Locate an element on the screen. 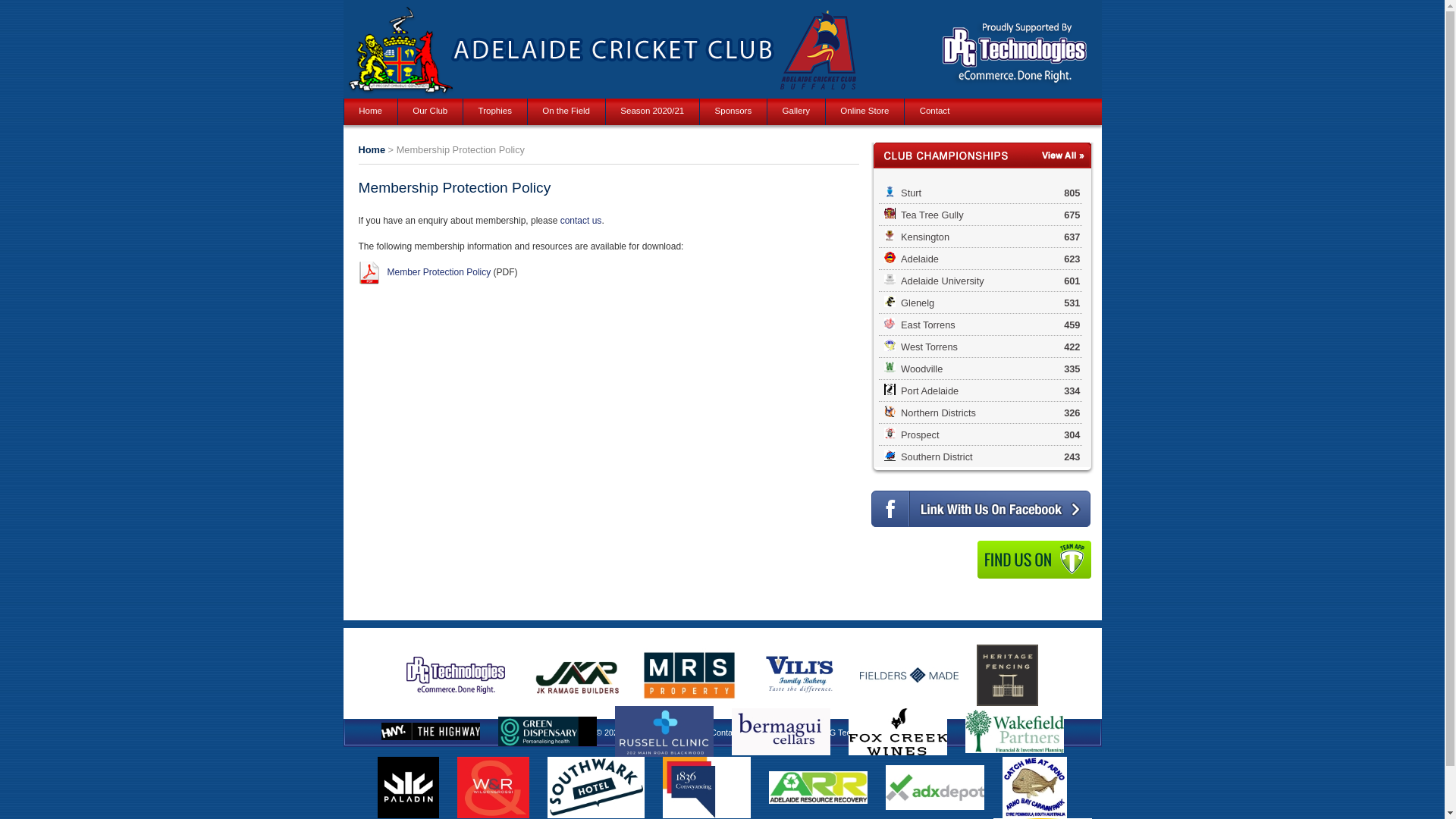  'contact us' is located at coordinates (580, 220).